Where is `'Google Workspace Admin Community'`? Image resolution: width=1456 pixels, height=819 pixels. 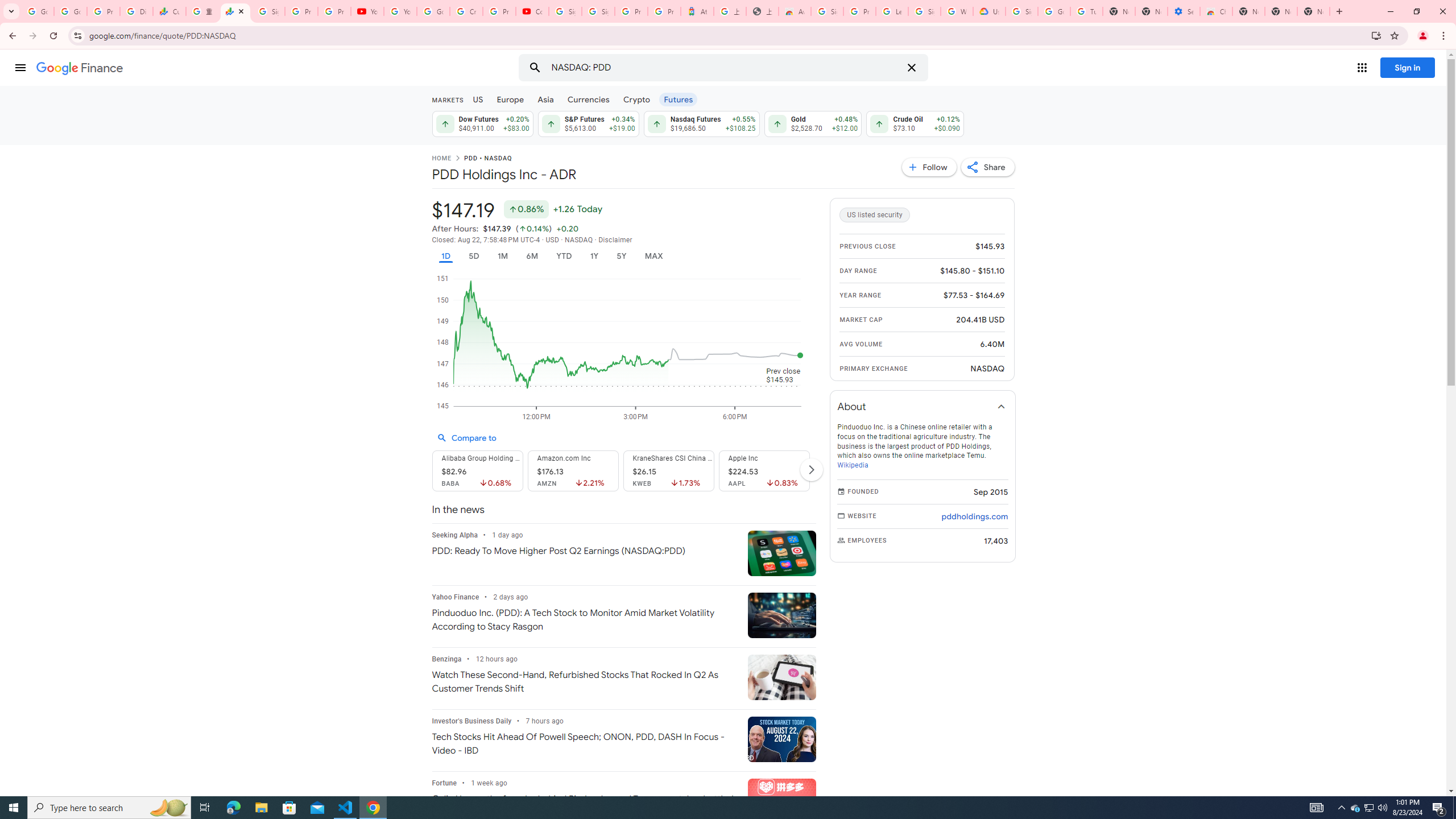 'Google Workspace Admin Community' is located at coordinates (37, 11).